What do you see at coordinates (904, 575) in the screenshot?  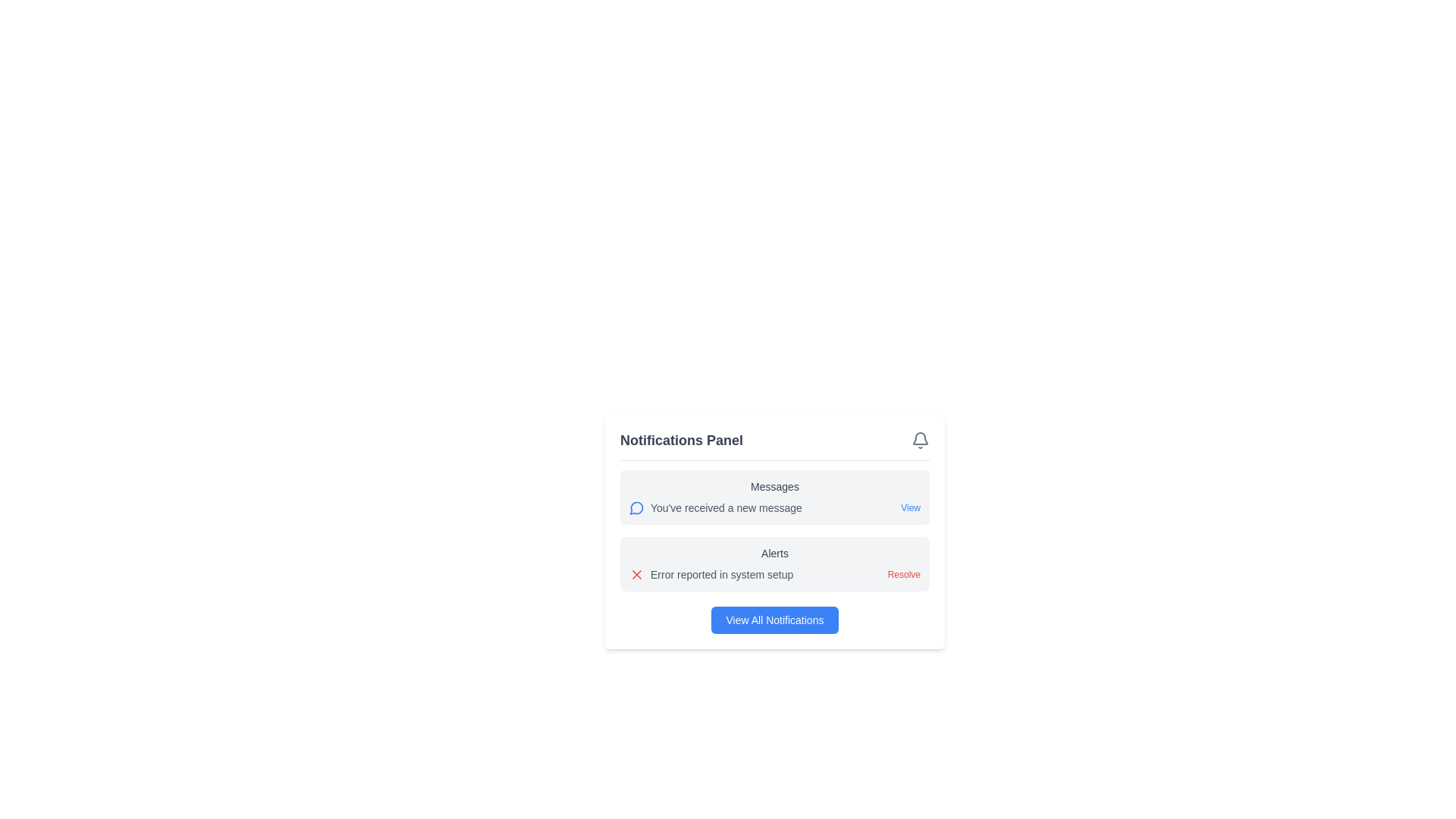 I see `the red 'Resolve' button located in the 'Alerts' section to initiate resolution` at bounding box center [904, 575].